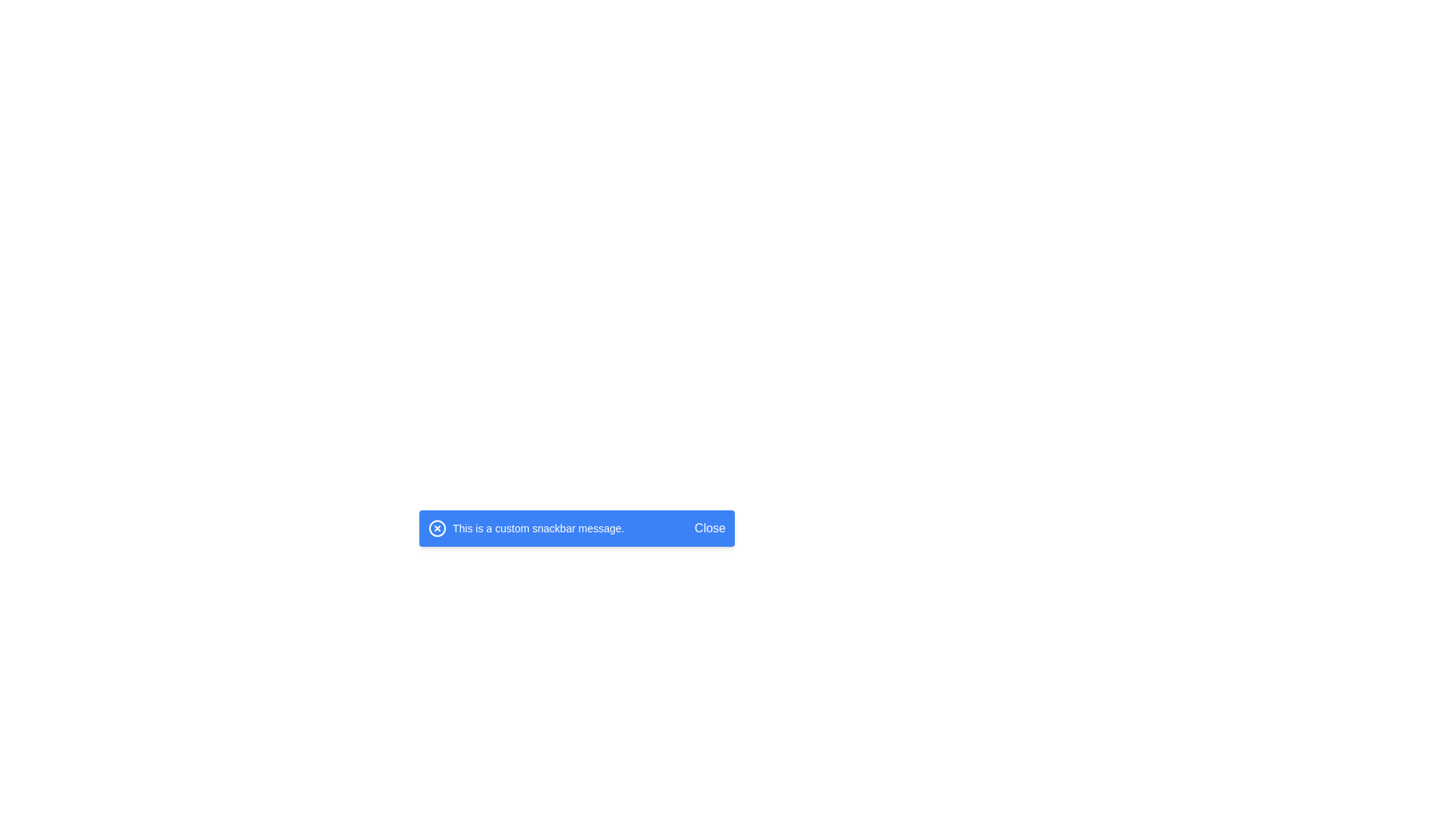 The image size is (1456, 819). Describe the element at coordinates (576, 528) in the screenshot. I see `message displayed in the Snackbar Notification located at the bottom middle of the notification panel` at that location.